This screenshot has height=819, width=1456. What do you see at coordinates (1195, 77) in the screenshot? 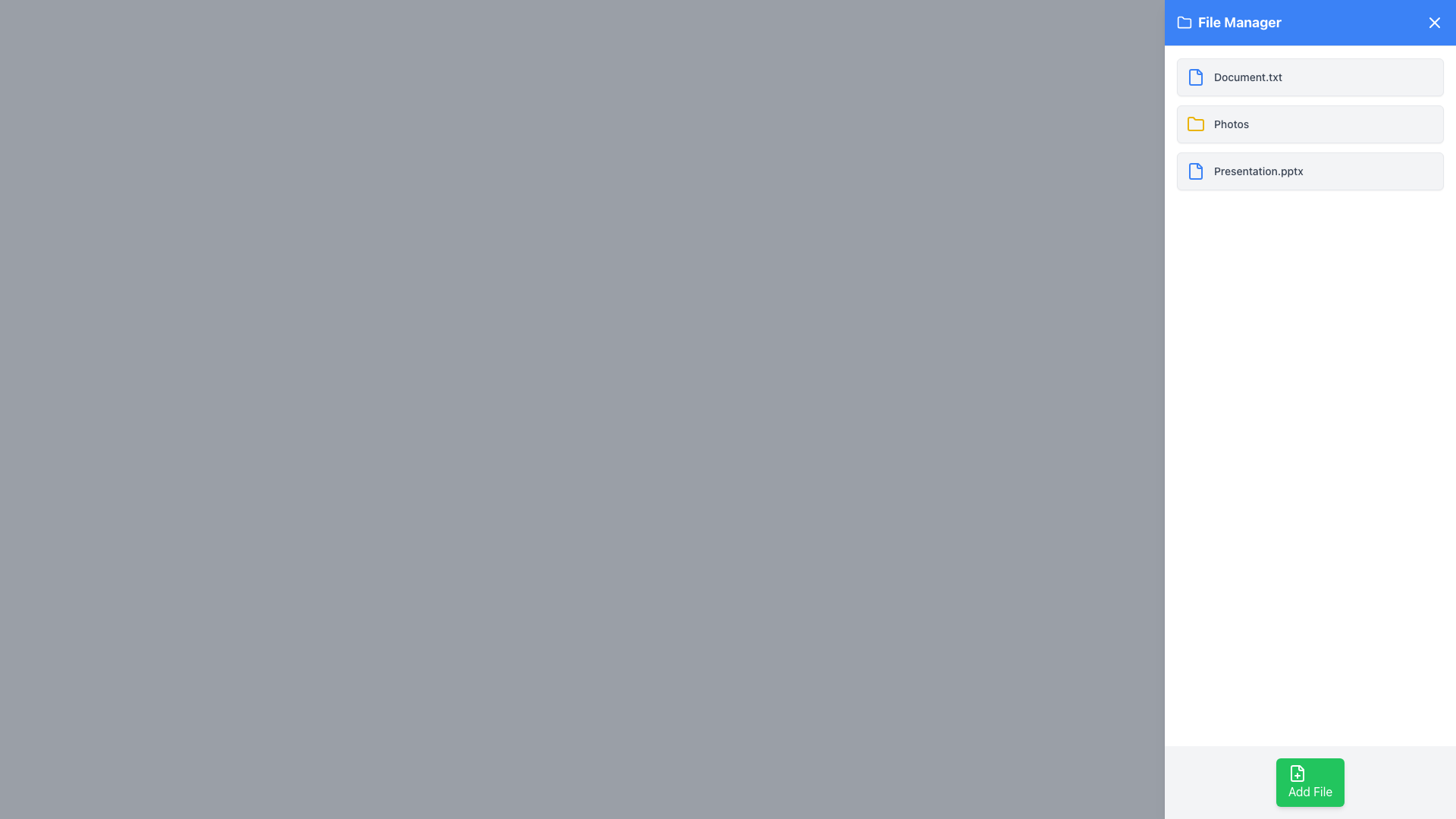
I see `the minimalist blue document icon located next to the text 'Document.txt' in the upper-left section of the list panel` at bounding box center [1195, 77].